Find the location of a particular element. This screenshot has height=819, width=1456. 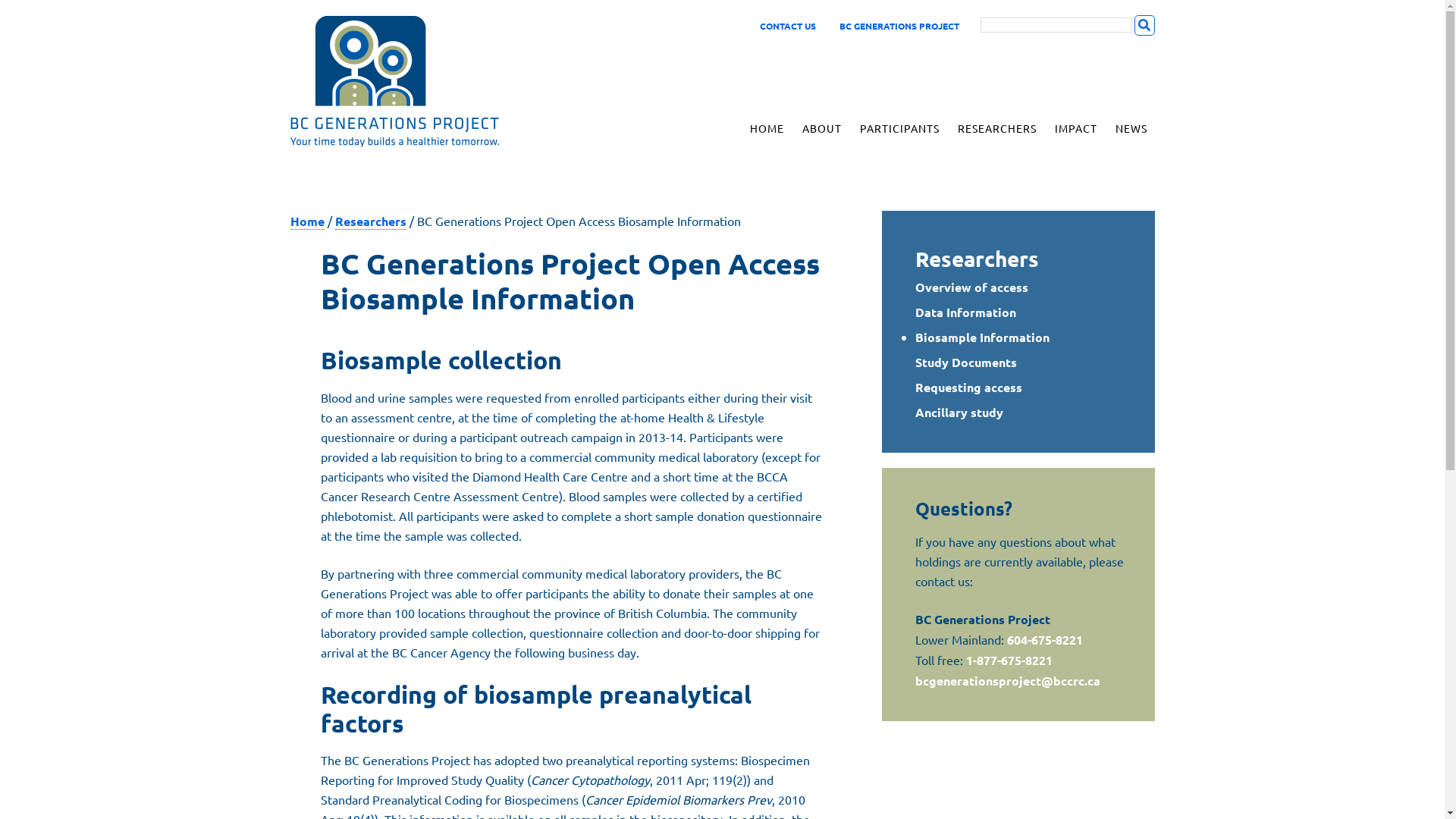

'RESEARCHERS' is located at coordinates (996, 127).